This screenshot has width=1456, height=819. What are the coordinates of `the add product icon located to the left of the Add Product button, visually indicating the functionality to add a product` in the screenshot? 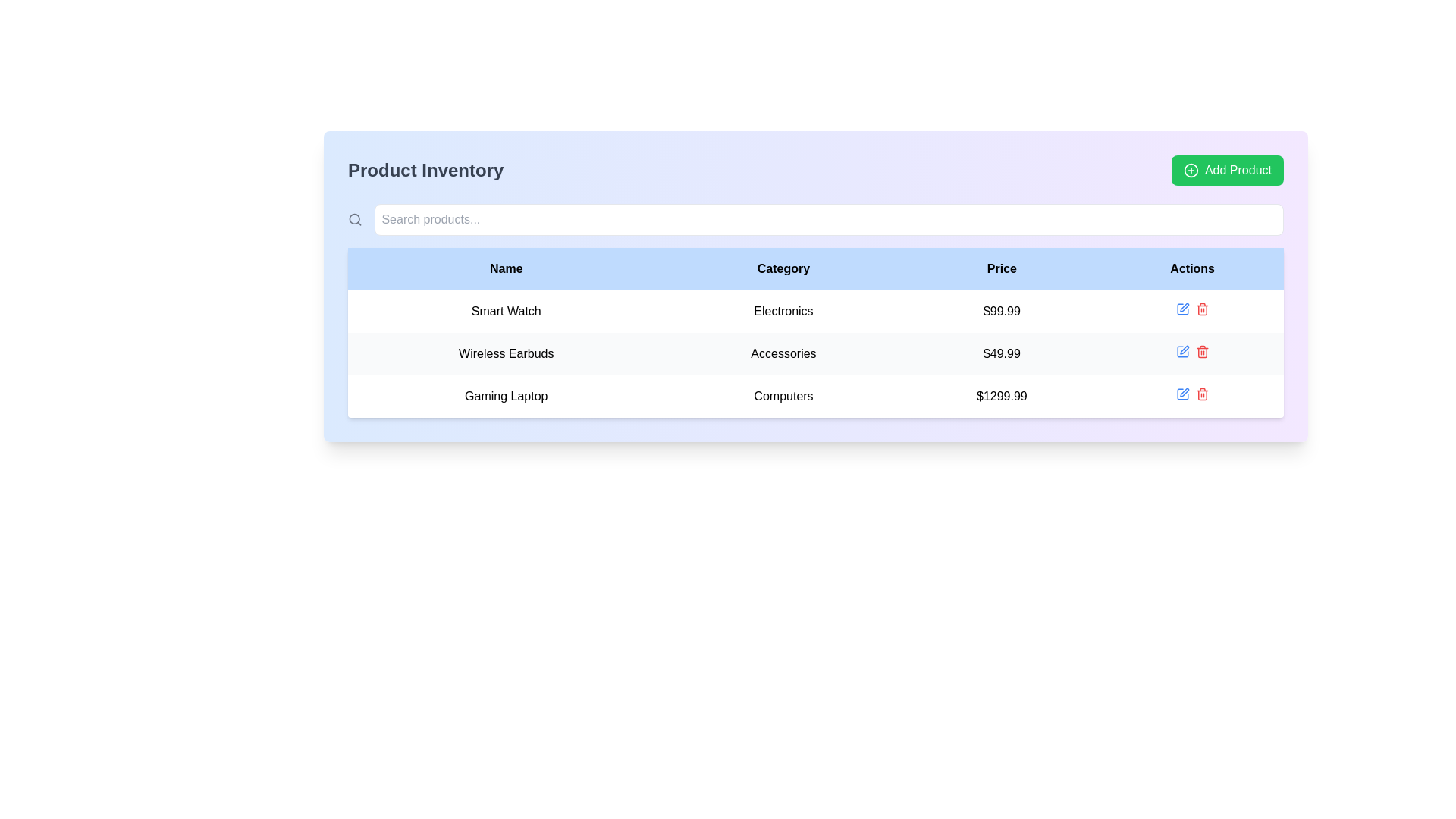 It's located at (1190, 170).